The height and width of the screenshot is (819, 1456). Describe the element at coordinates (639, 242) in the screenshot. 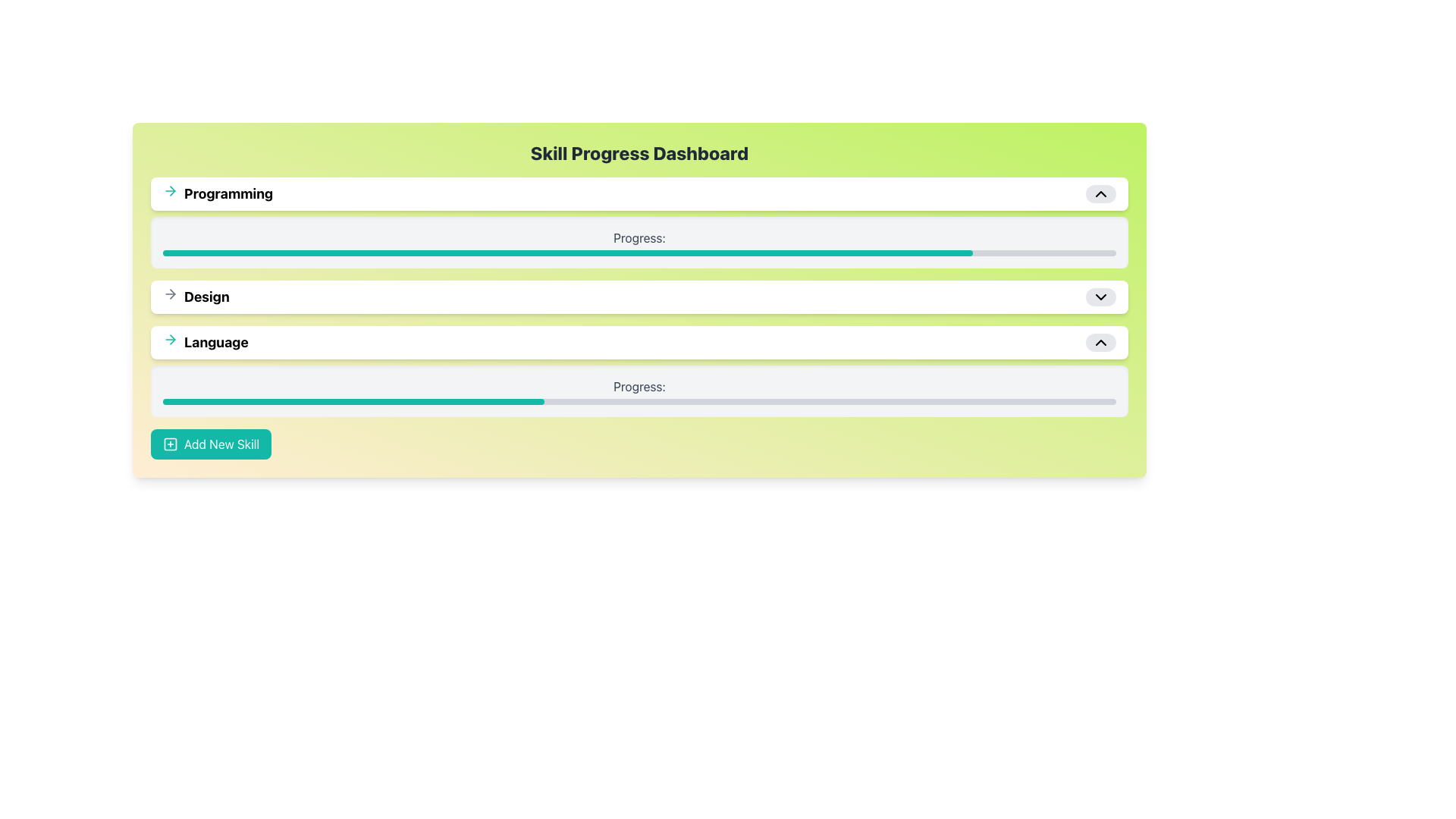

I see `the Progress Bar element located below the 'Programming' section, which visually indicates the completion rate of a task` at that location.